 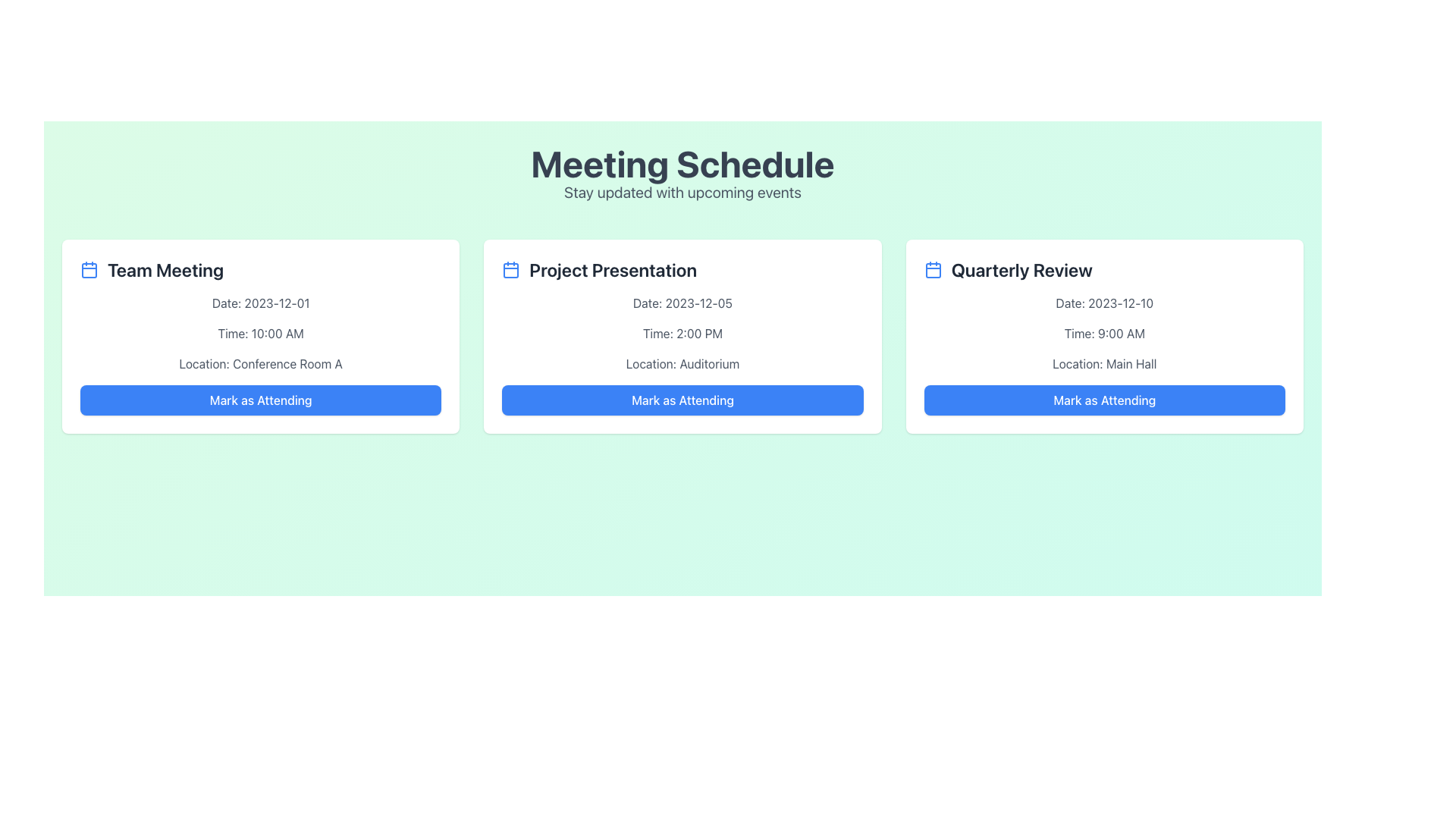 What do you see at coordinates (89, 268) in the screenshot?
I see `the calendar icon located to the left of the 'Team Meeting' text in the header section of the event card` at bounding box center [89, 268].